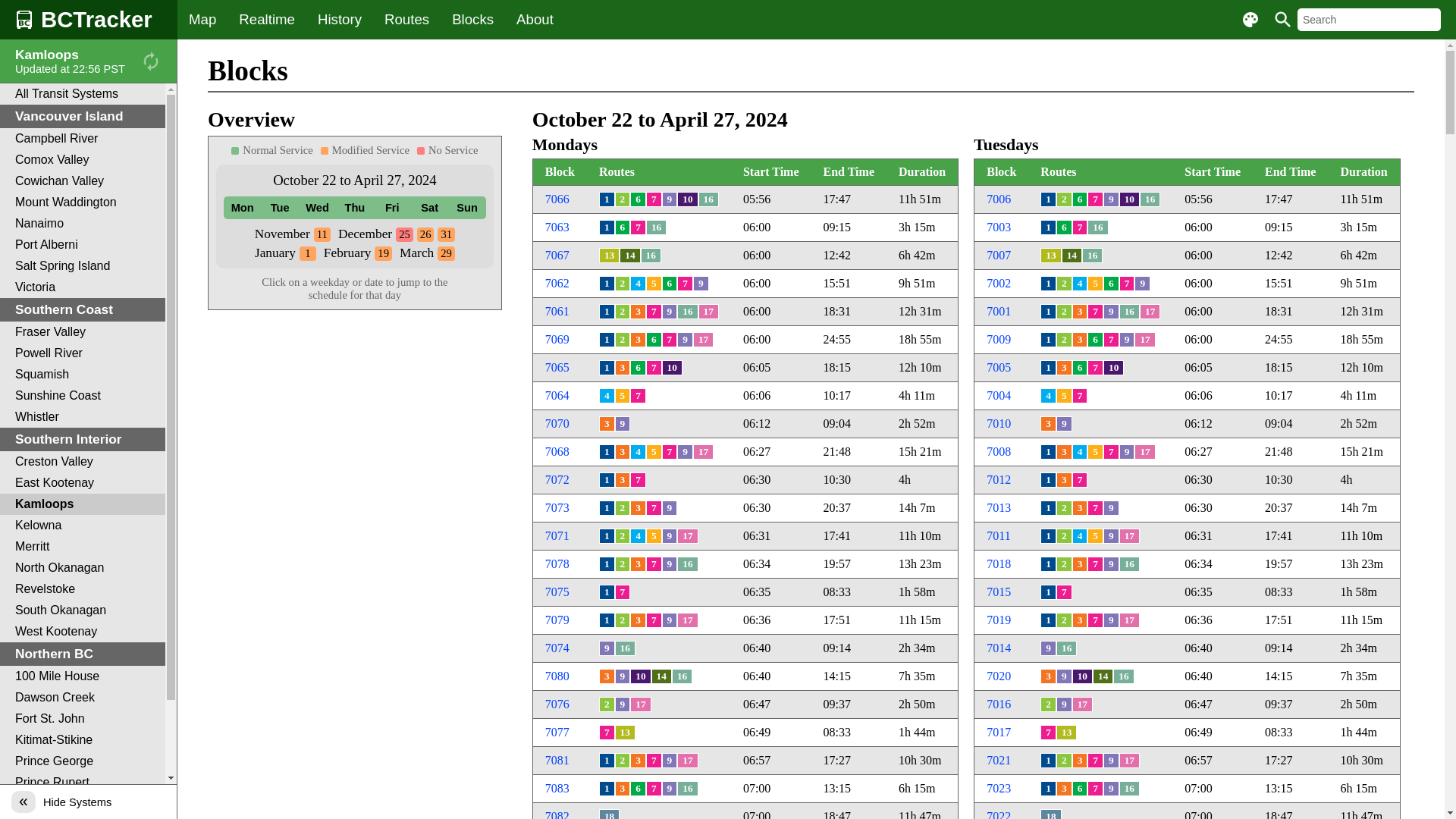 The image size is (1456, 819). I want to click on '7', so click(654, 198).